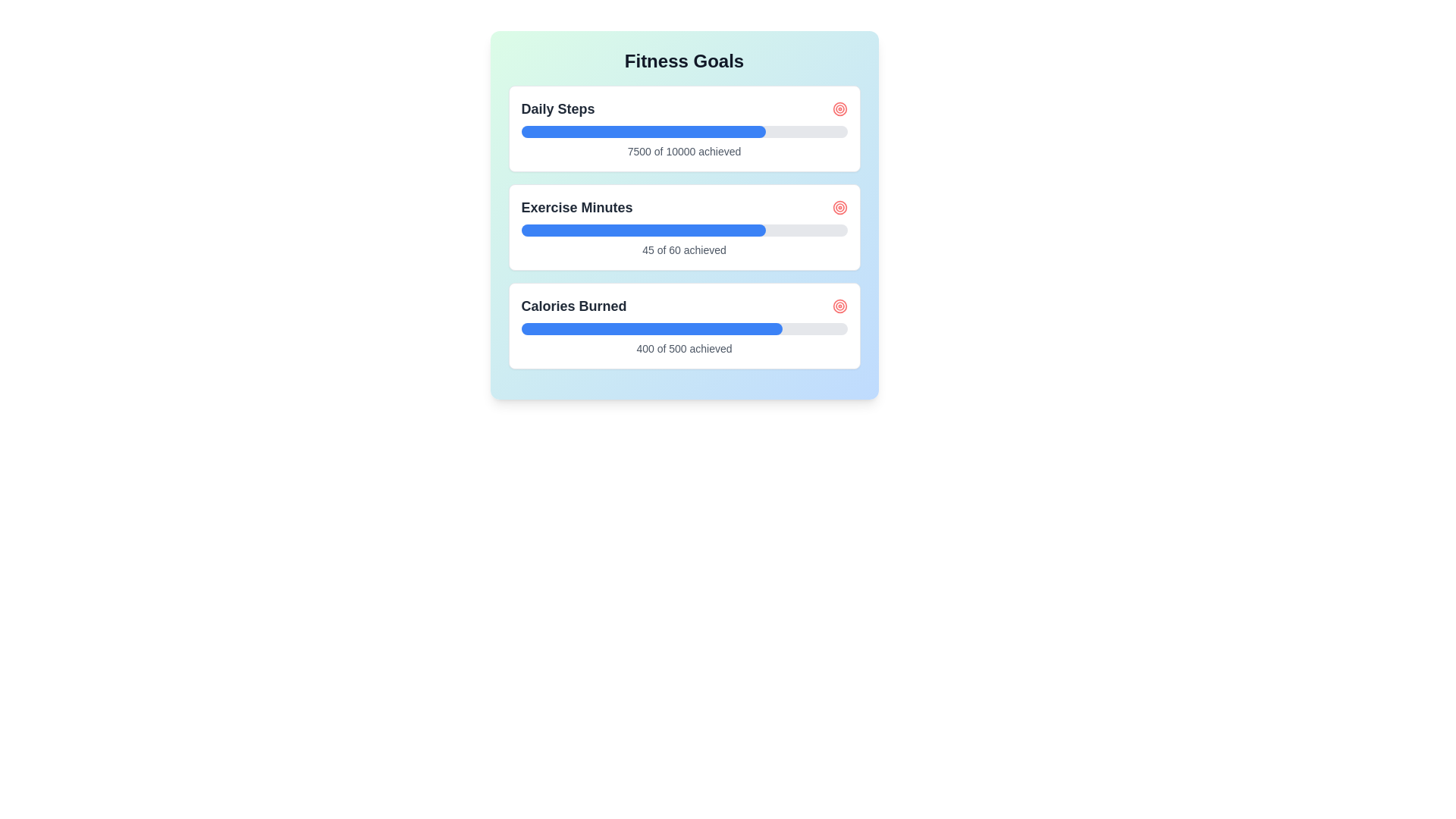  Describe the element at coordinates (683, 130) in the screenshot. I see `the Progress Bar indicating fitness goal statistics titled 'Daily Steps', which is visually styled with a gray background and a filled blue rounded bar` at that location.